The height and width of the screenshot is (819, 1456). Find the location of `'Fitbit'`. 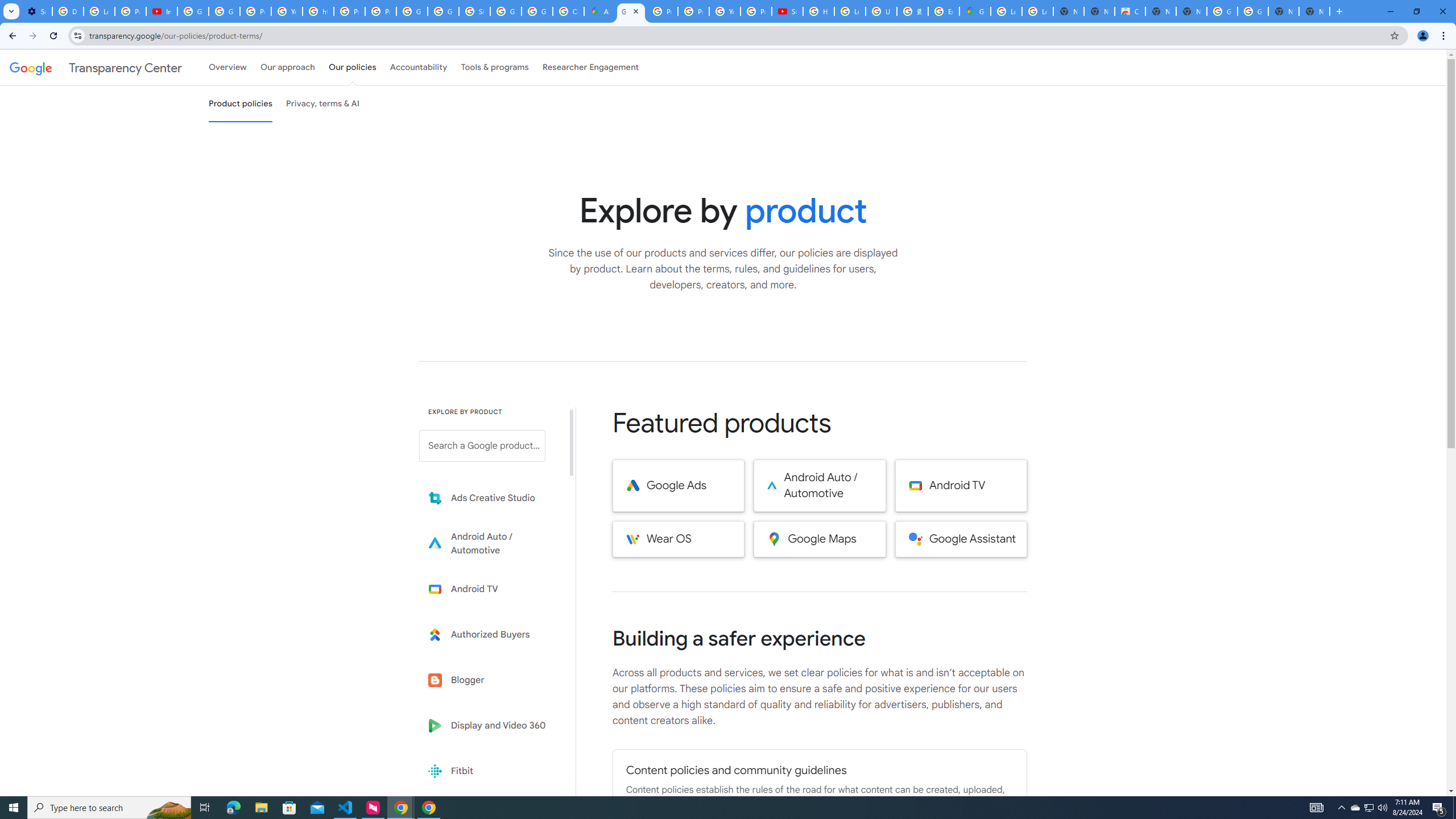

'Fitbit' is located at coordinates (490, 771).